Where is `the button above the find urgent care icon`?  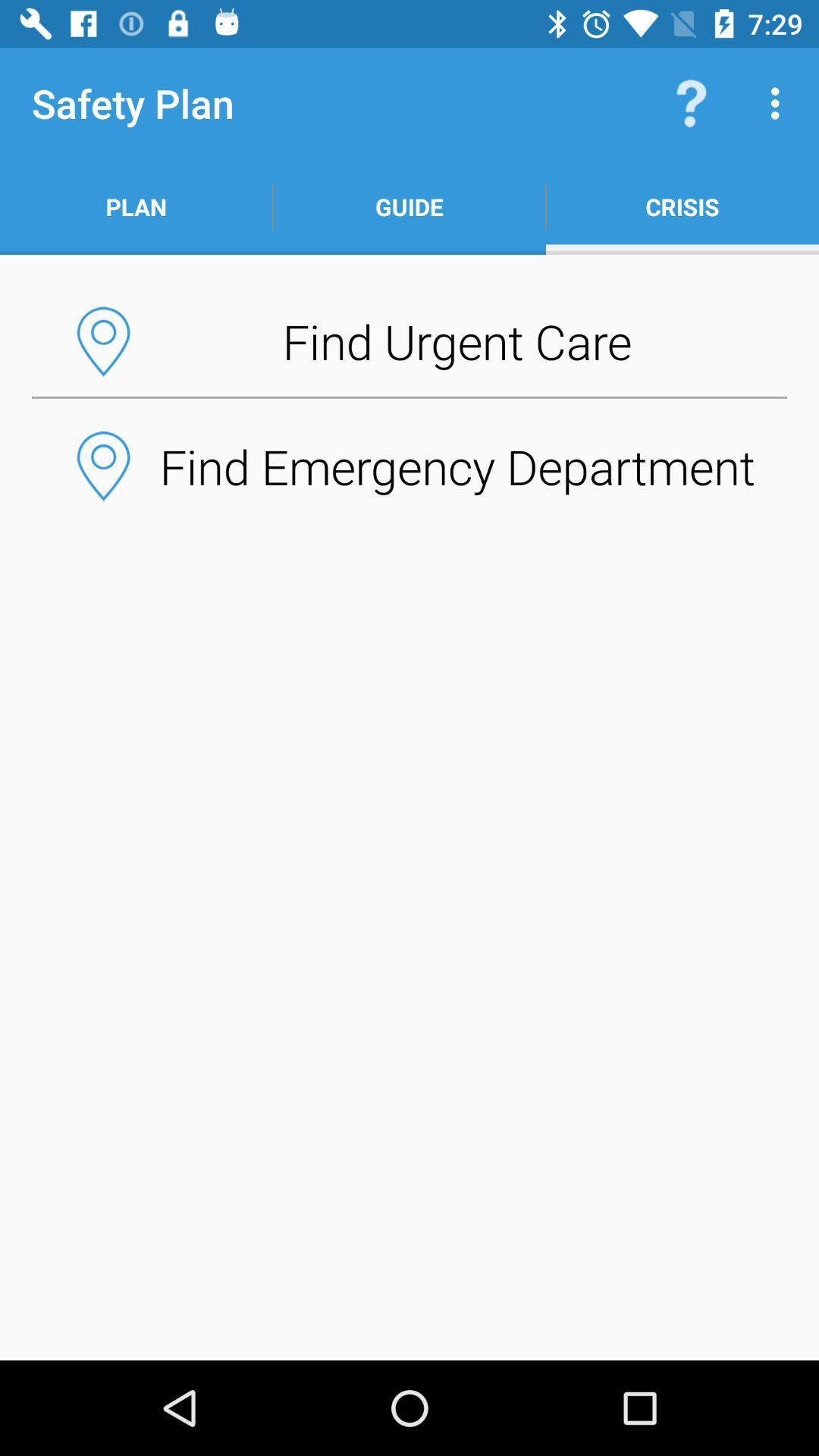 the button above the find urgent care icon is located at coordinates (681, 206).